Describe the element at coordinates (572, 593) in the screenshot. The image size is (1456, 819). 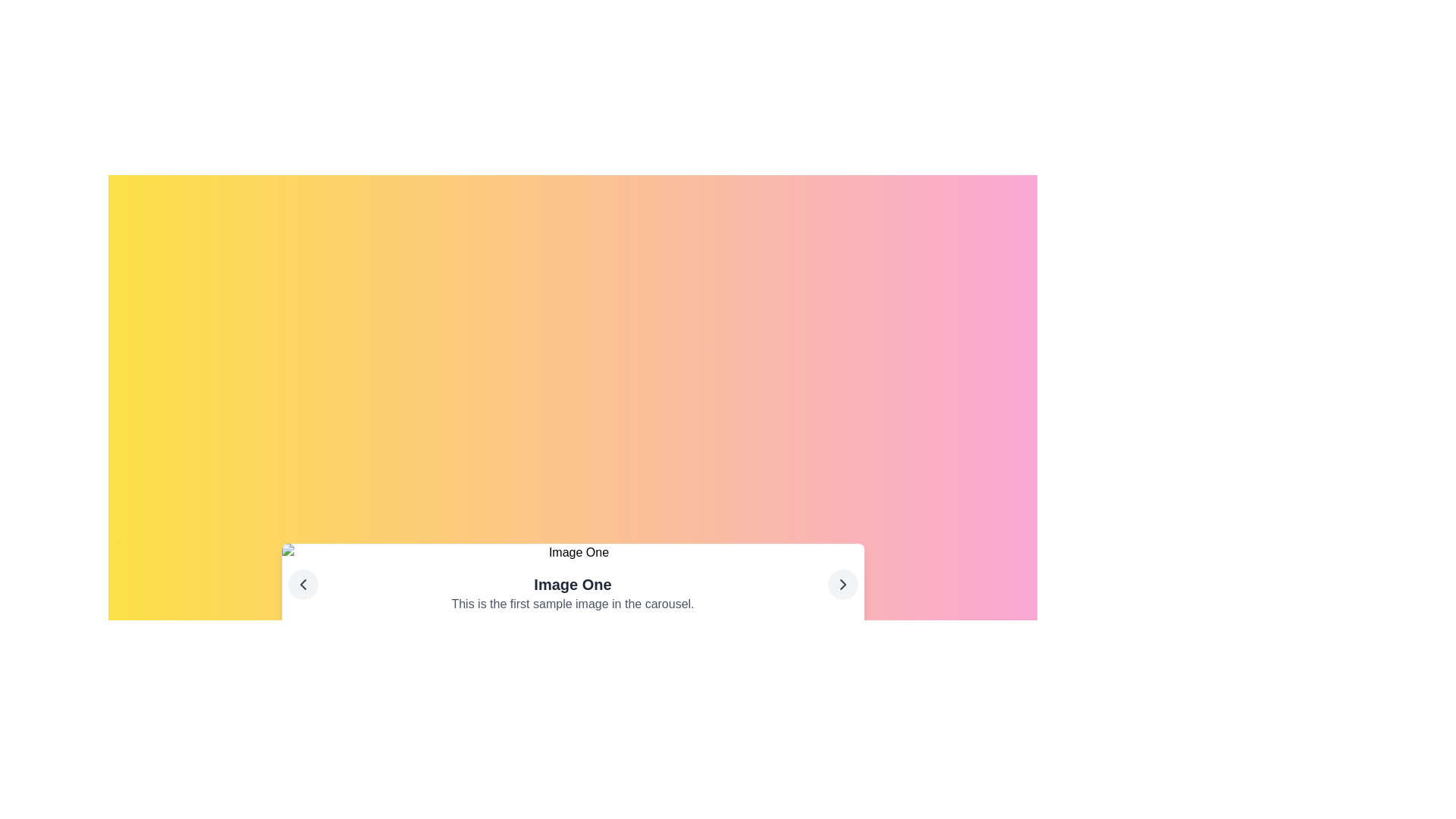
I see `the descriptive caption for the carousel image, which is centrally positioned below the image placeholder and between arrow navigation controls` at that location.